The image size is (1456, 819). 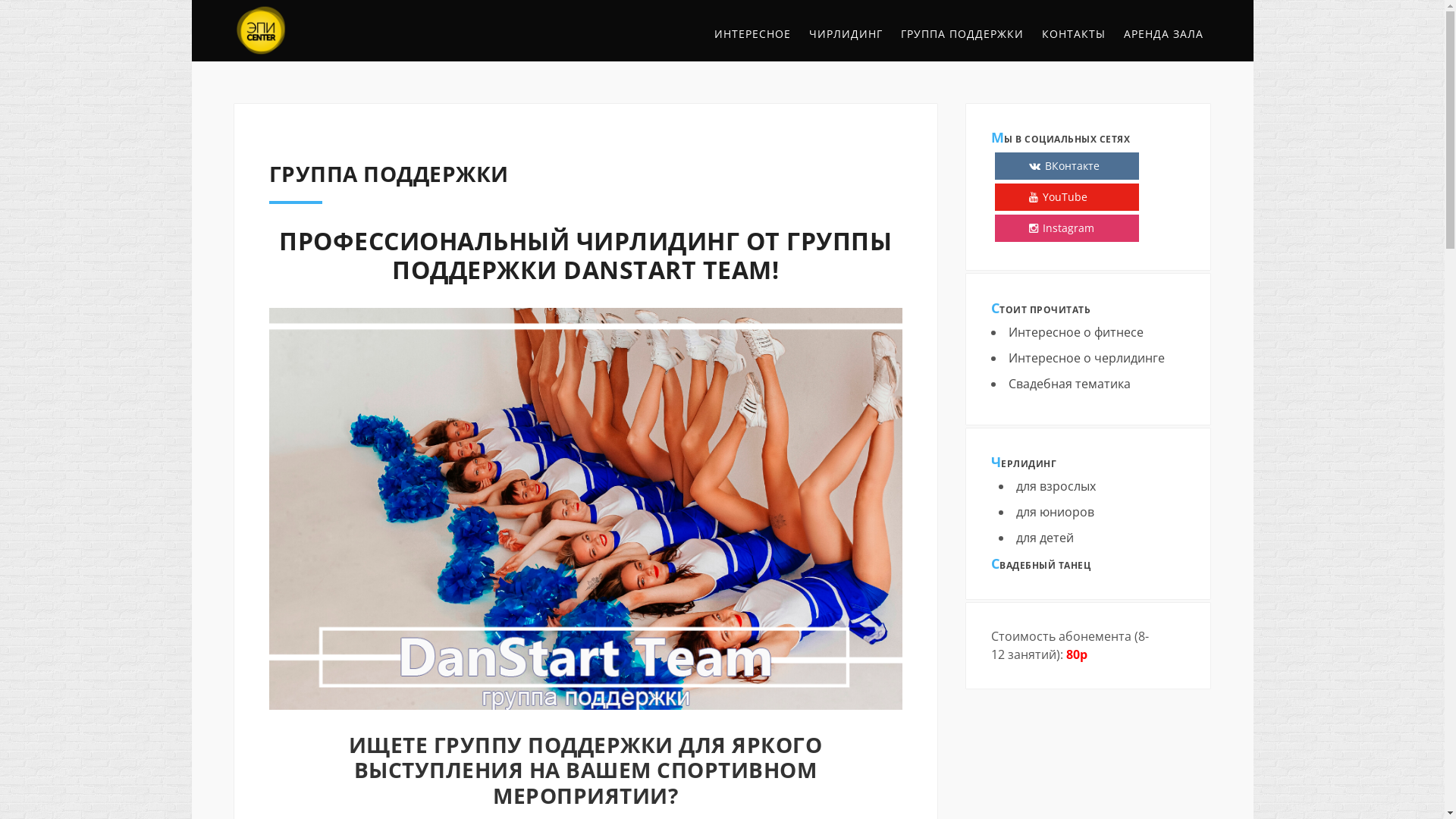 I want to click on 'YouTube', so click(x=1065, y=196).